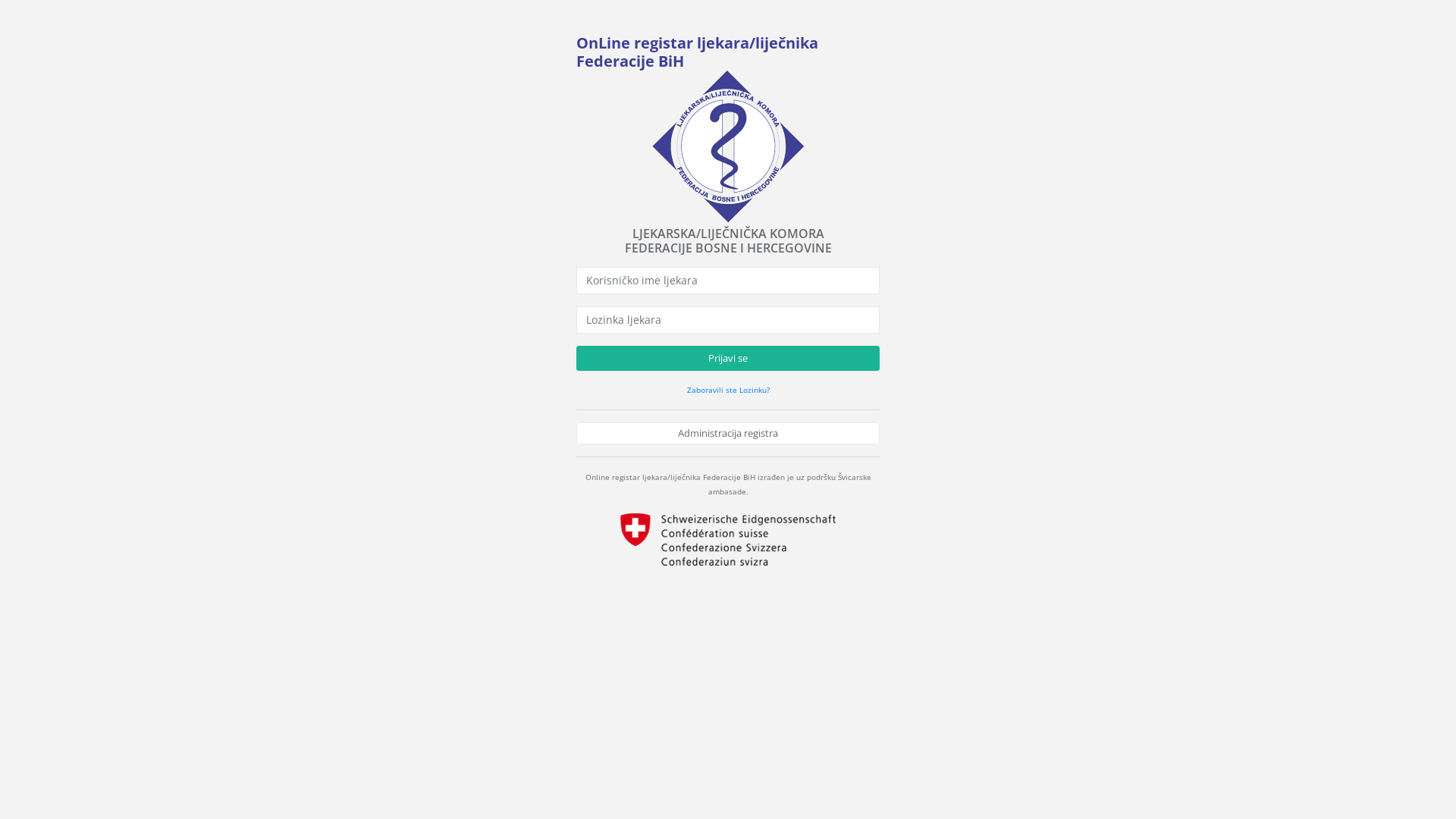 This screenshot has height=819, width=1456. What do you see at coordinates (728, 433) in the screenshot?
I see `'Administracija registra'` at bounding box center [728, 433].